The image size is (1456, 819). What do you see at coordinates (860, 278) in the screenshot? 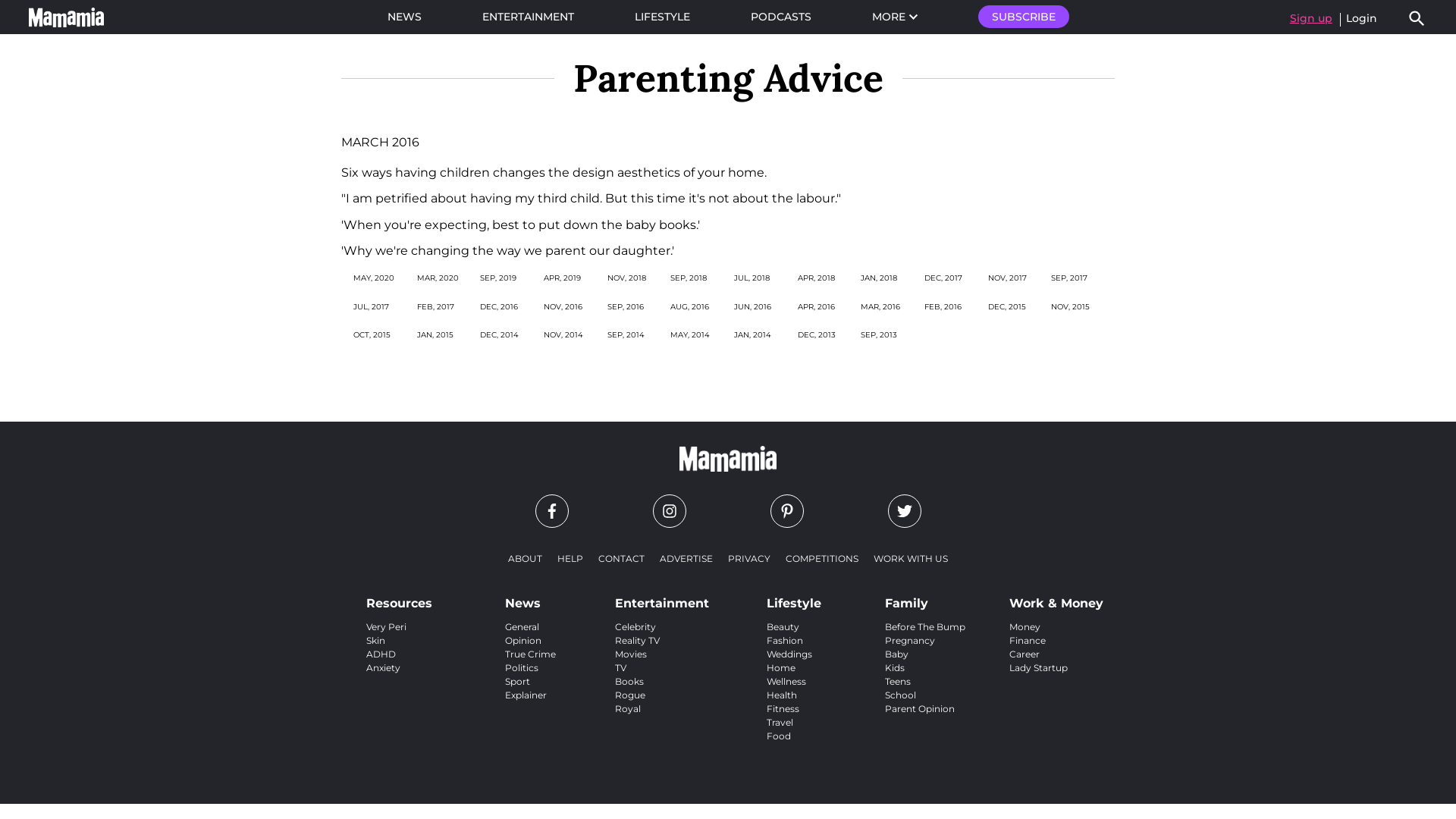
I see `'JAN, 2018'` at bounding box center [860, 278].